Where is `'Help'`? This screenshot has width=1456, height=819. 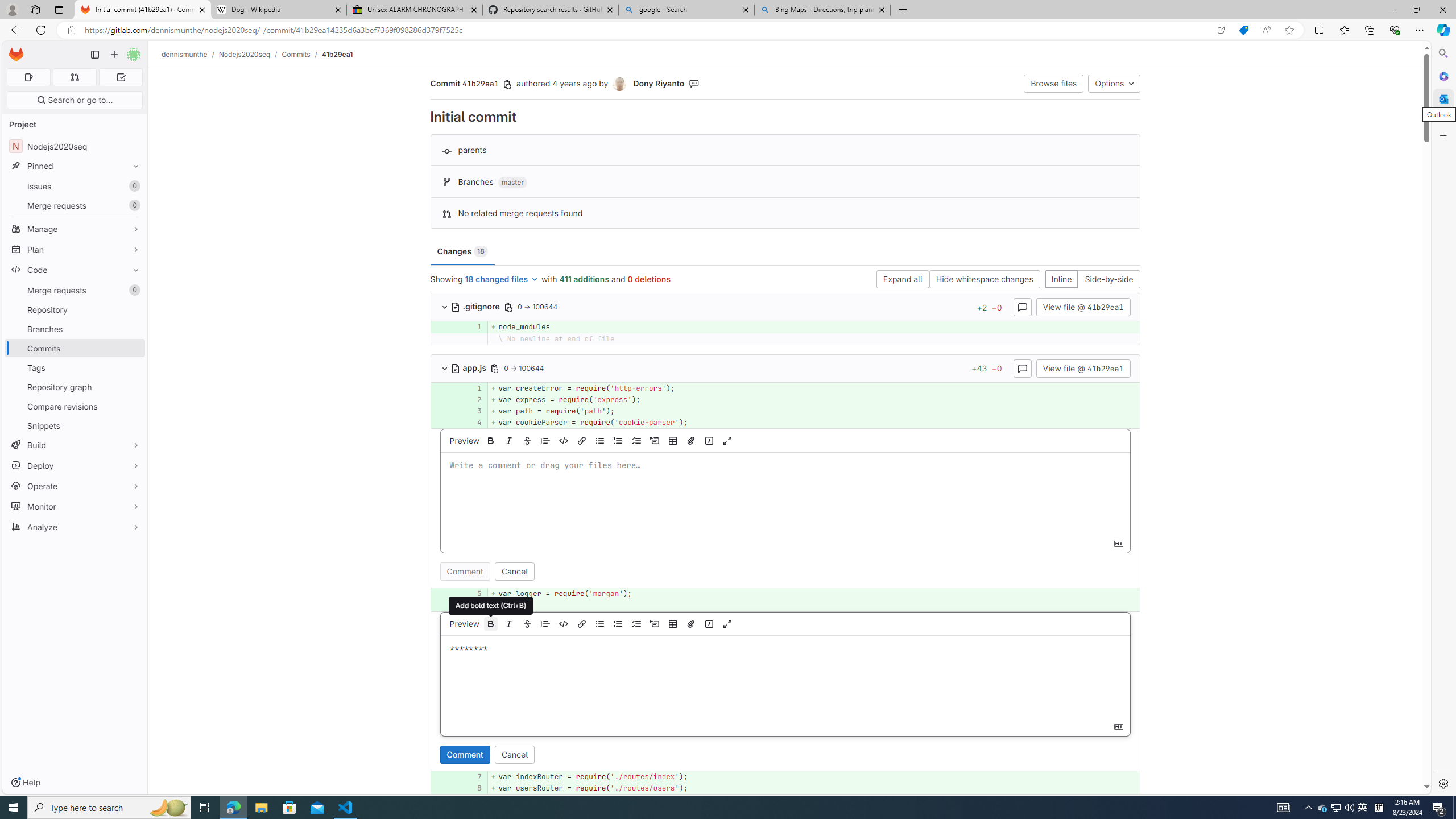 'Help' is located at coordinates (25, 781).